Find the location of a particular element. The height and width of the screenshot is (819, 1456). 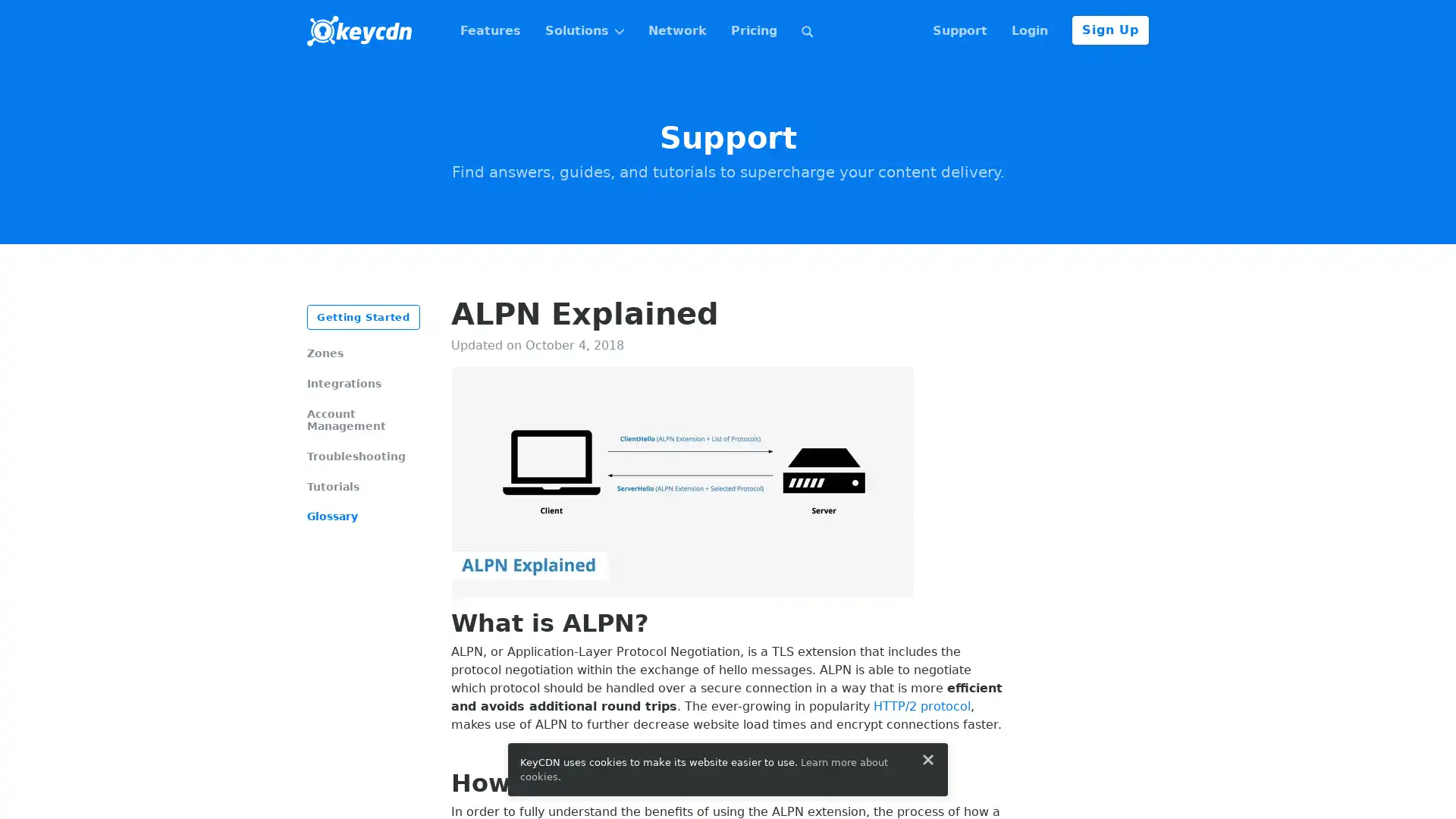

Solutions is located at coordinates (583, 31).